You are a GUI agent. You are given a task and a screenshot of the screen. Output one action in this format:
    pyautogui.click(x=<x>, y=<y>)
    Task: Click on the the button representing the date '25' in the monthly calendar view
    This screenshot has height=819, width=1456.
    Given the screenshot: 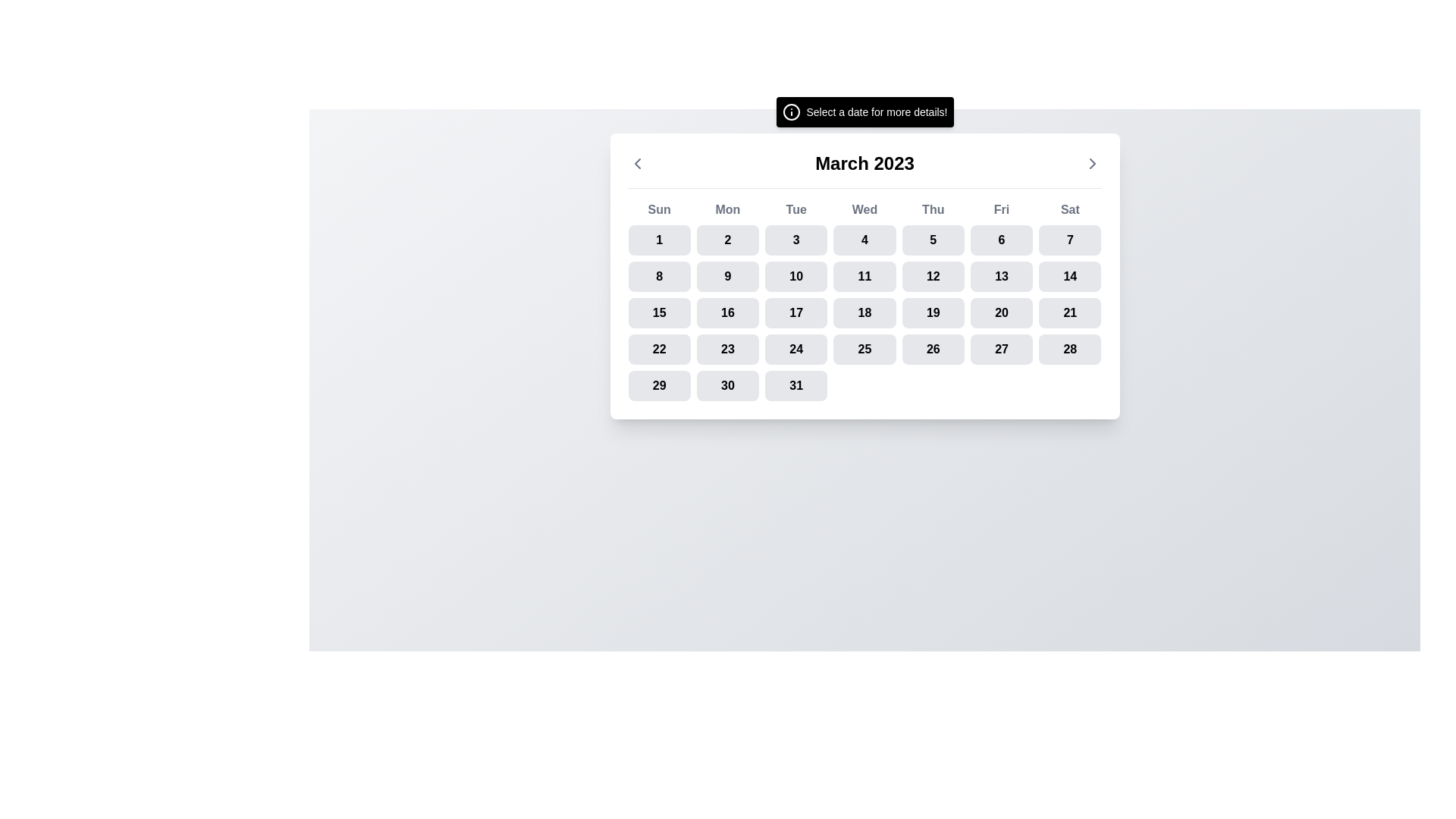 What is the action you would take?
    pyautogui.click(x=864, y=350)
    